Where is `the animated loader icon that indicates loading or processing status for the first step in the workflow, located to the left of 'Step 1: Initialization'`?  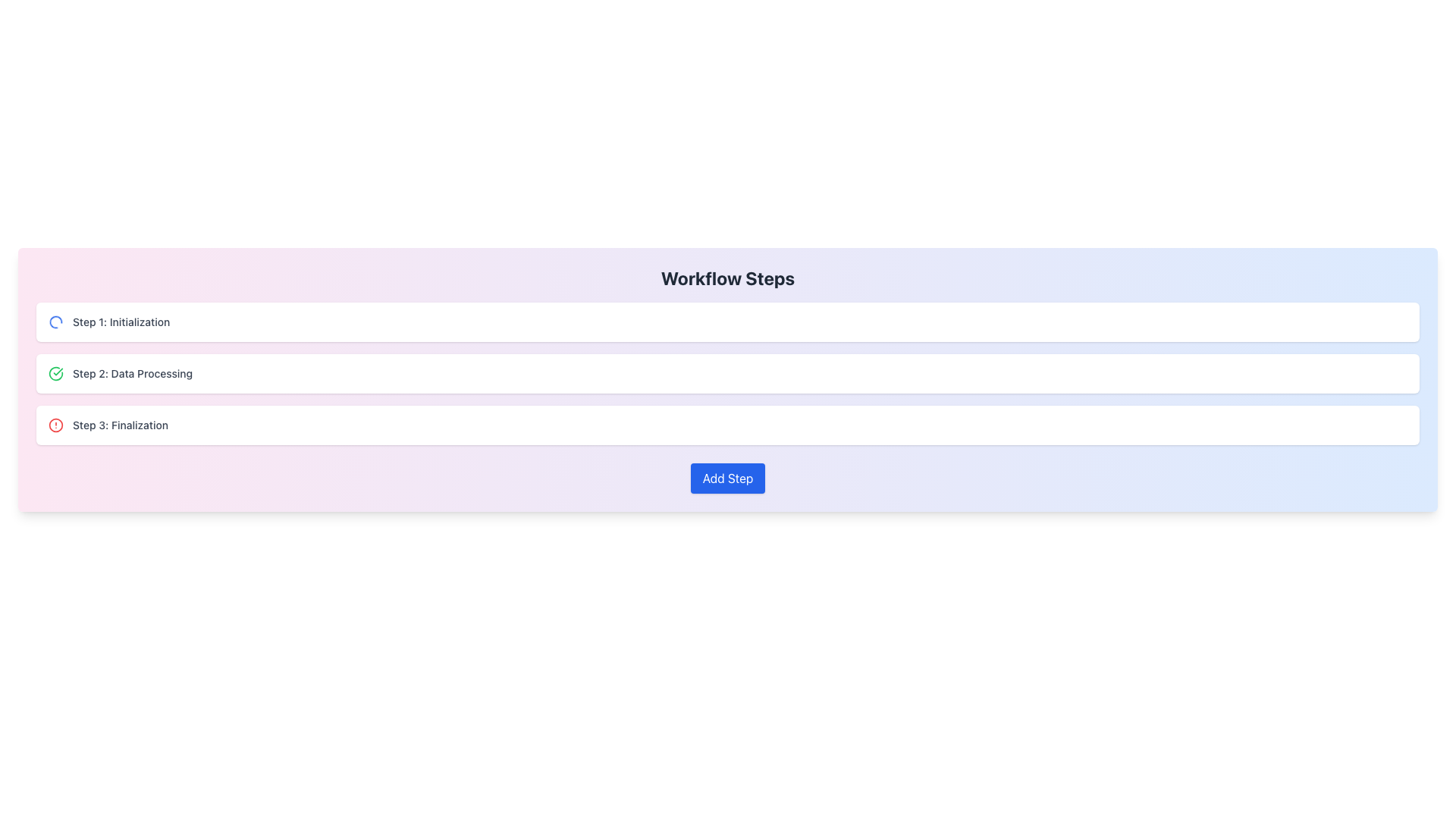 the animated loader icon that indicates loading or processing status for the first step in the workflow, located to the left of 'Step 1: Initialization' is located at coordinates (55, 321).